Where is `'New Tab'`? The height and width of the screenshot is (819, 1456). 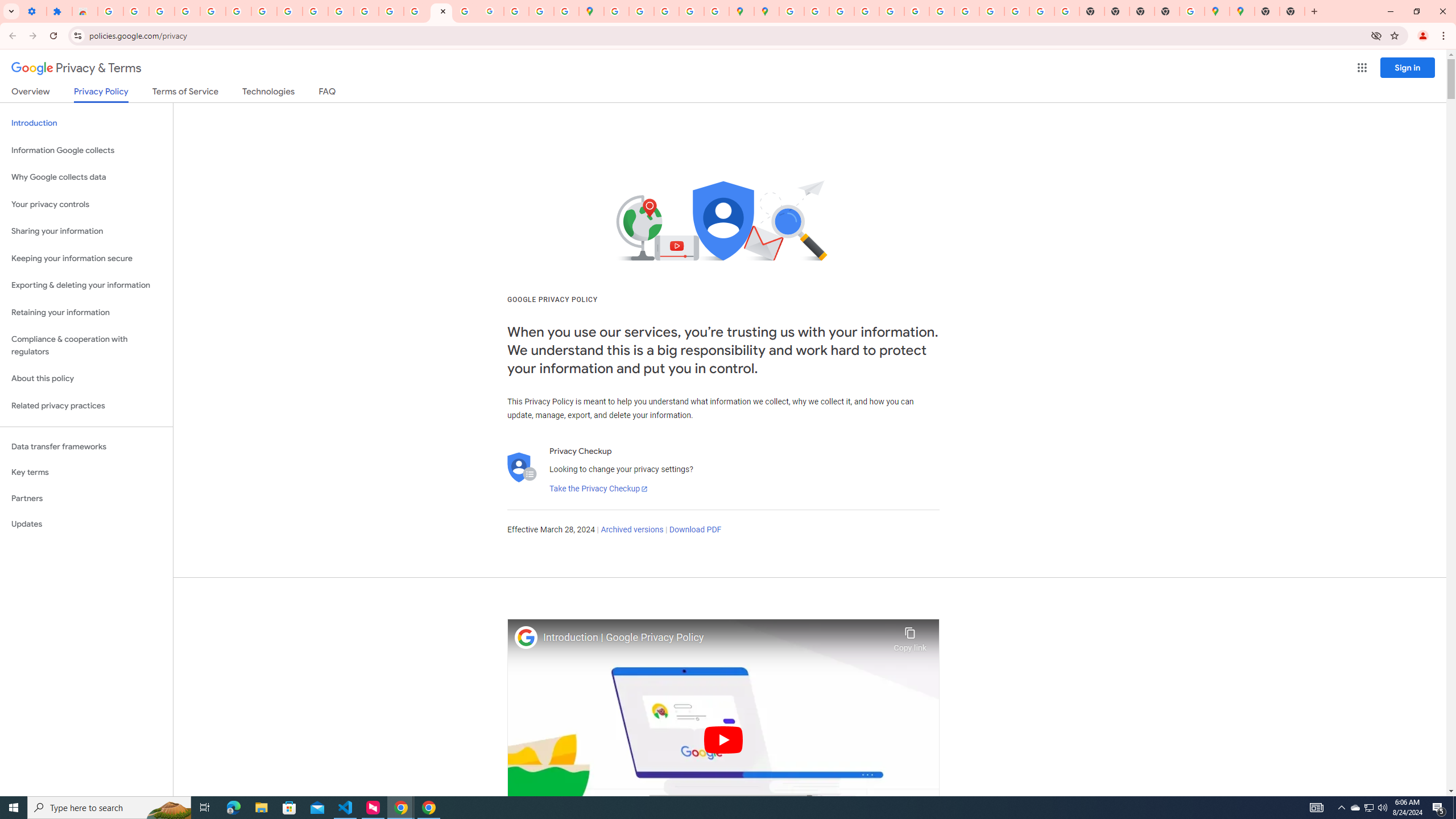
'New Tab' is located at coordinates (1266, 11).